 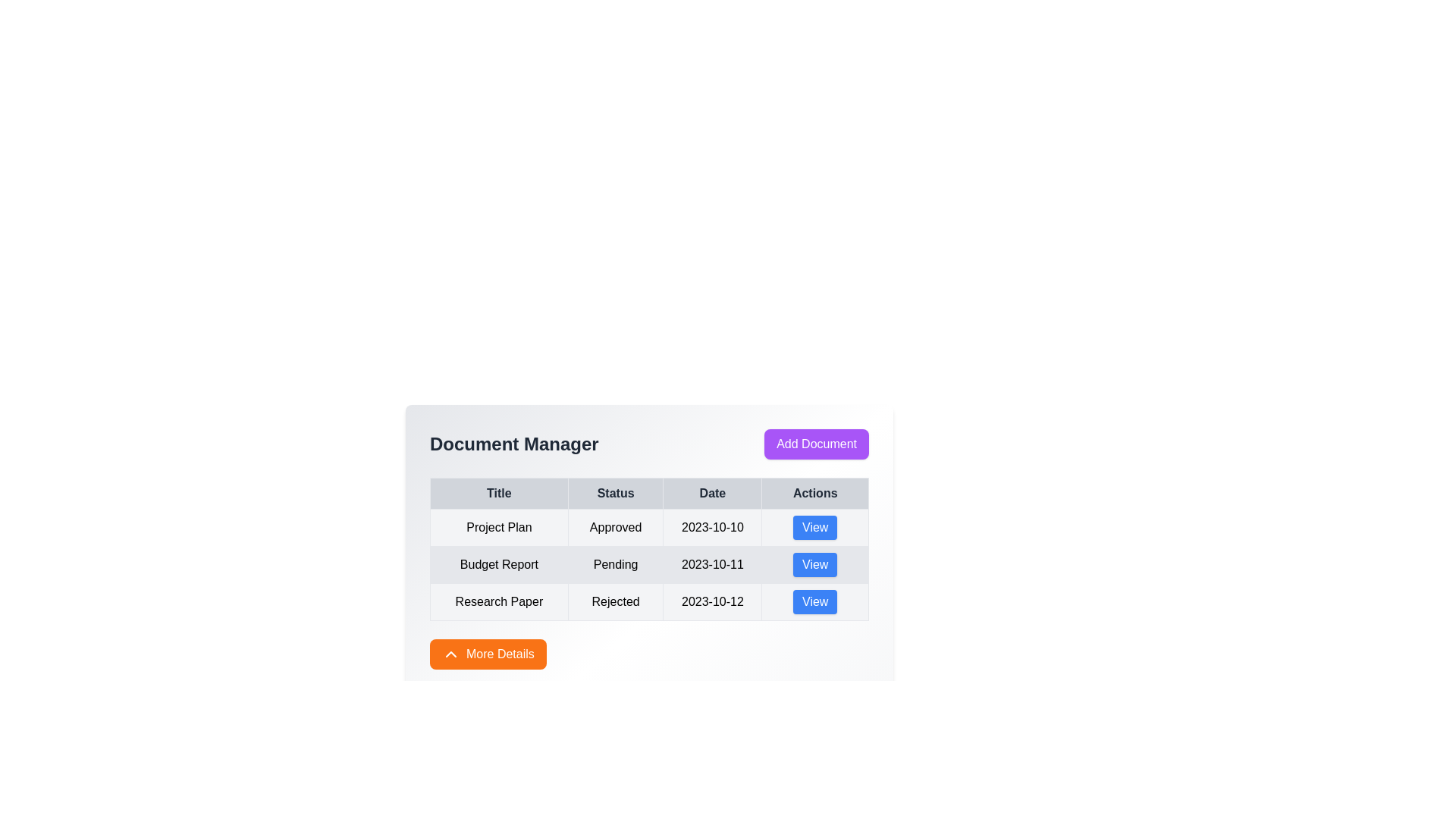 What do you see at coordinates (814, 564) in the screenshot?
I see `the button in the 'Actions' column for the 'Budget Report' entry dated '2023-10-11' to observe the hover effects` at bounding box center [814, 564].